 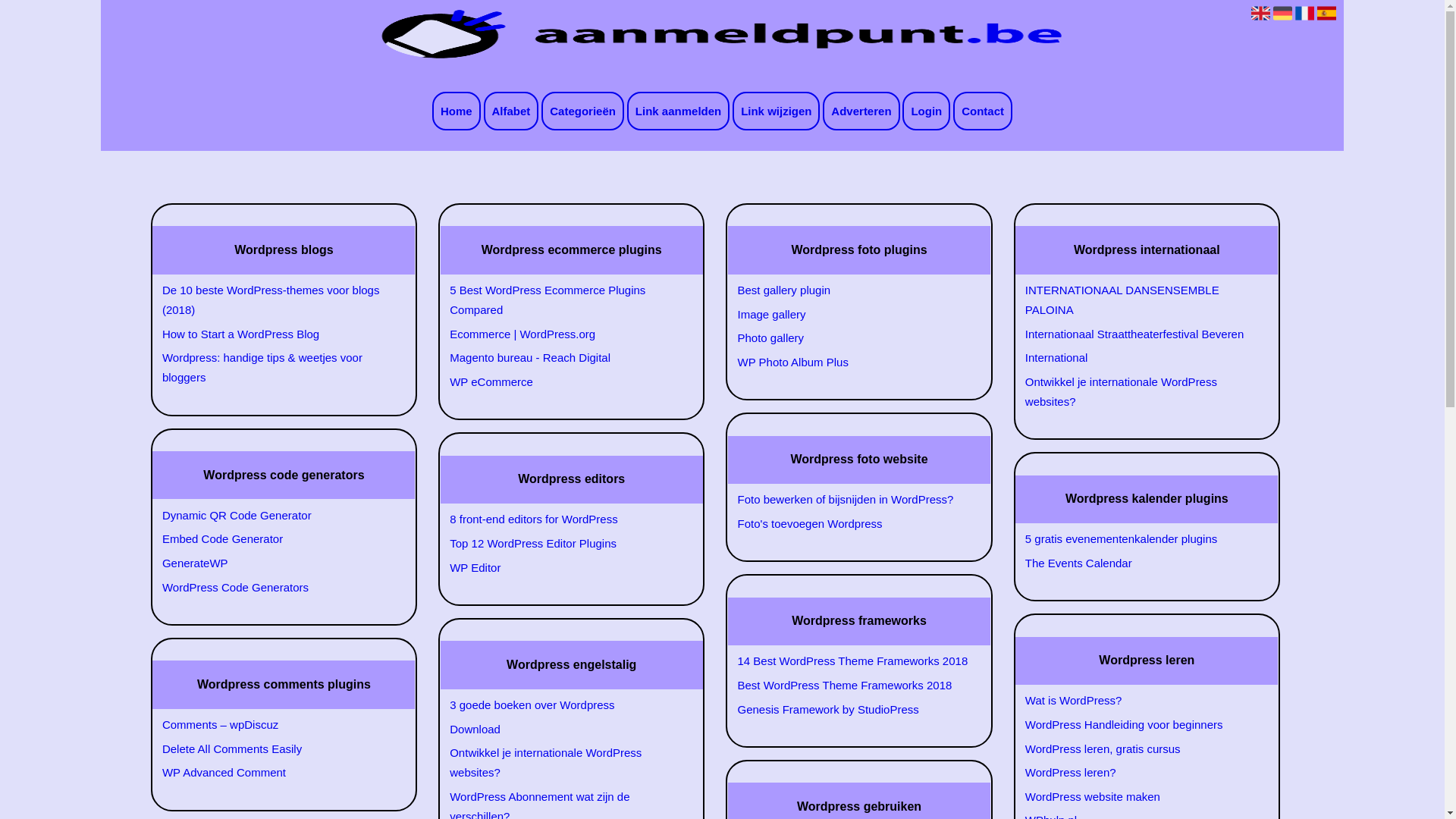 What do you see at coordinates (483, 110) in the screenshot?
I see `'Alfabet'` at bounding box center [483, 110].